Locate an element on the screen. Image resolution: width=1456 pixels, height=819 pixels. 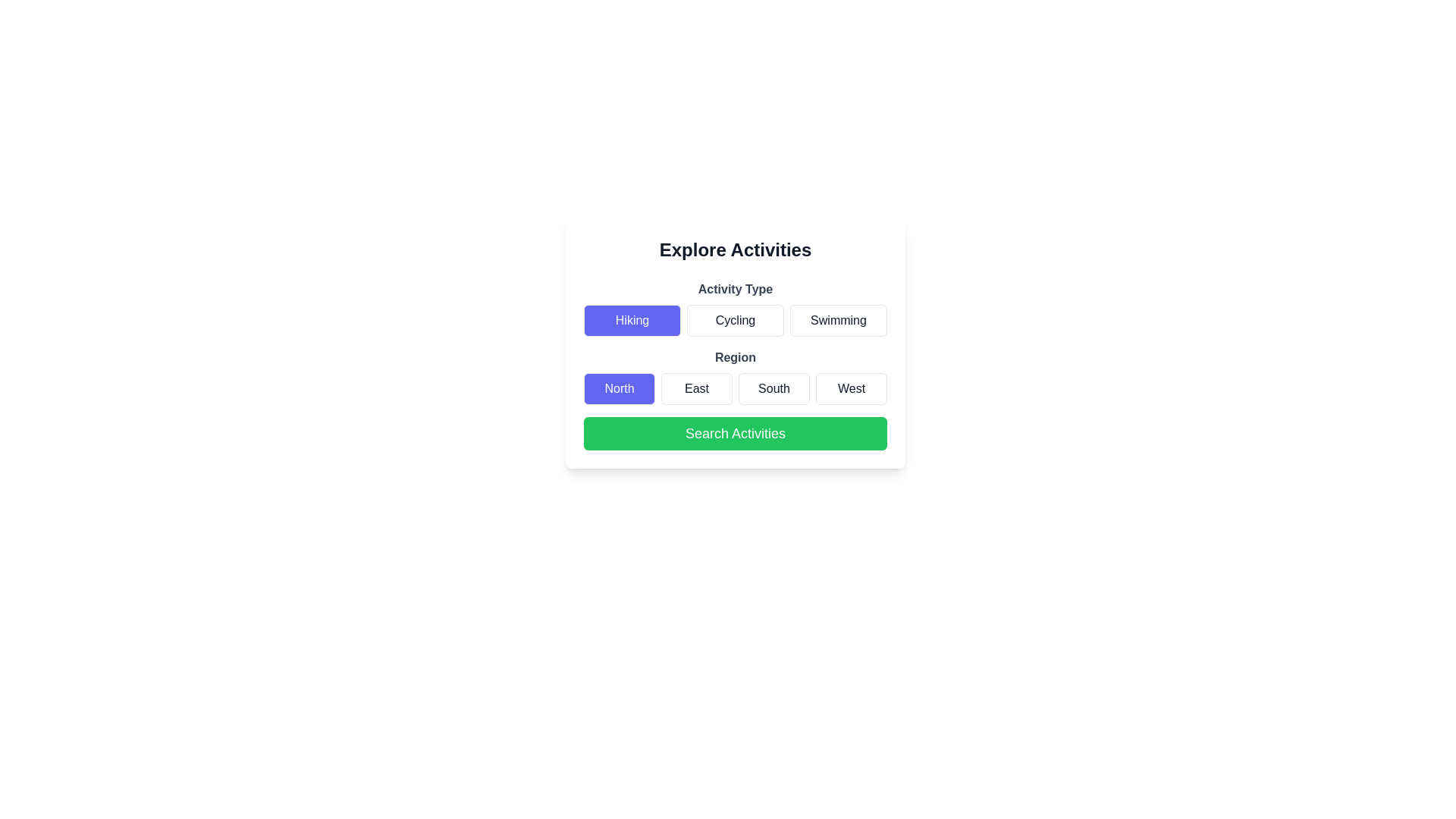
the text label that serves as a header for the activity types, positioned above the buttons labeled 'Hiking', 'Cycling', and 'Swimming' is located at coordinates (735, 289).